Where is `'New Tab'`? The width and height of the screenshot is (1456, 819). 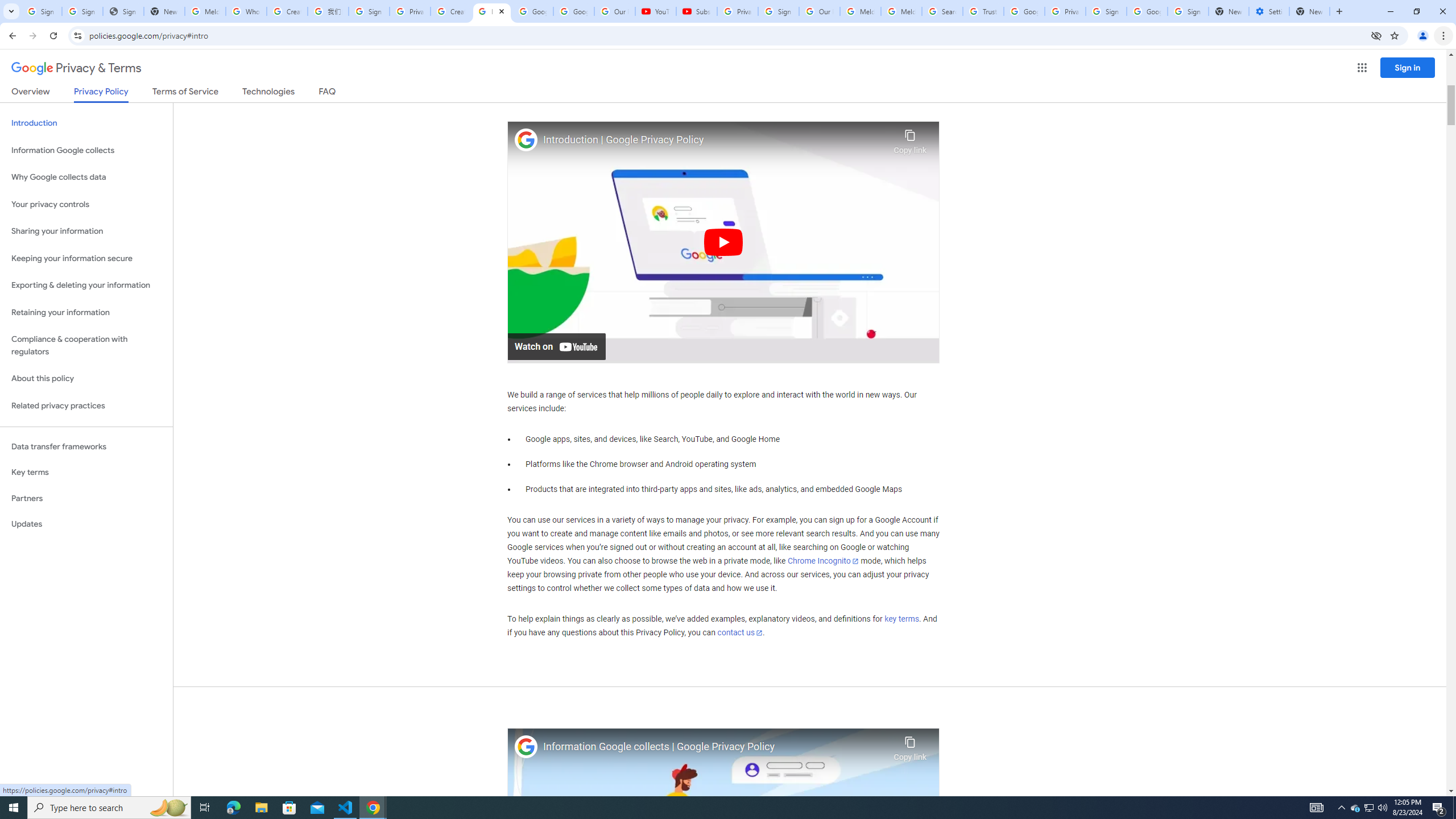 'New Tab' is located at coordinates (1309, 11).